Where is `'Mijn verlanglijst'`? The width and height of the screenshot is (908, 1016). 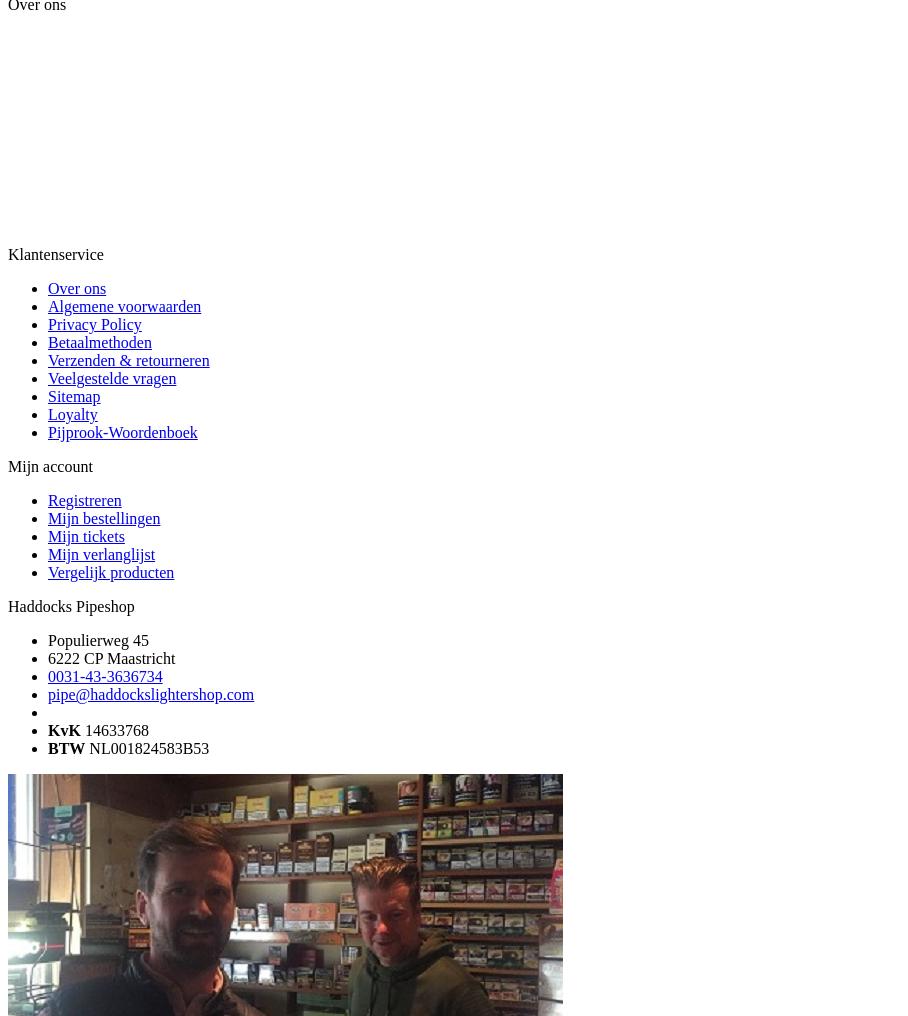
'Mijn verlanglijst' is located at coordinates (48, 553).